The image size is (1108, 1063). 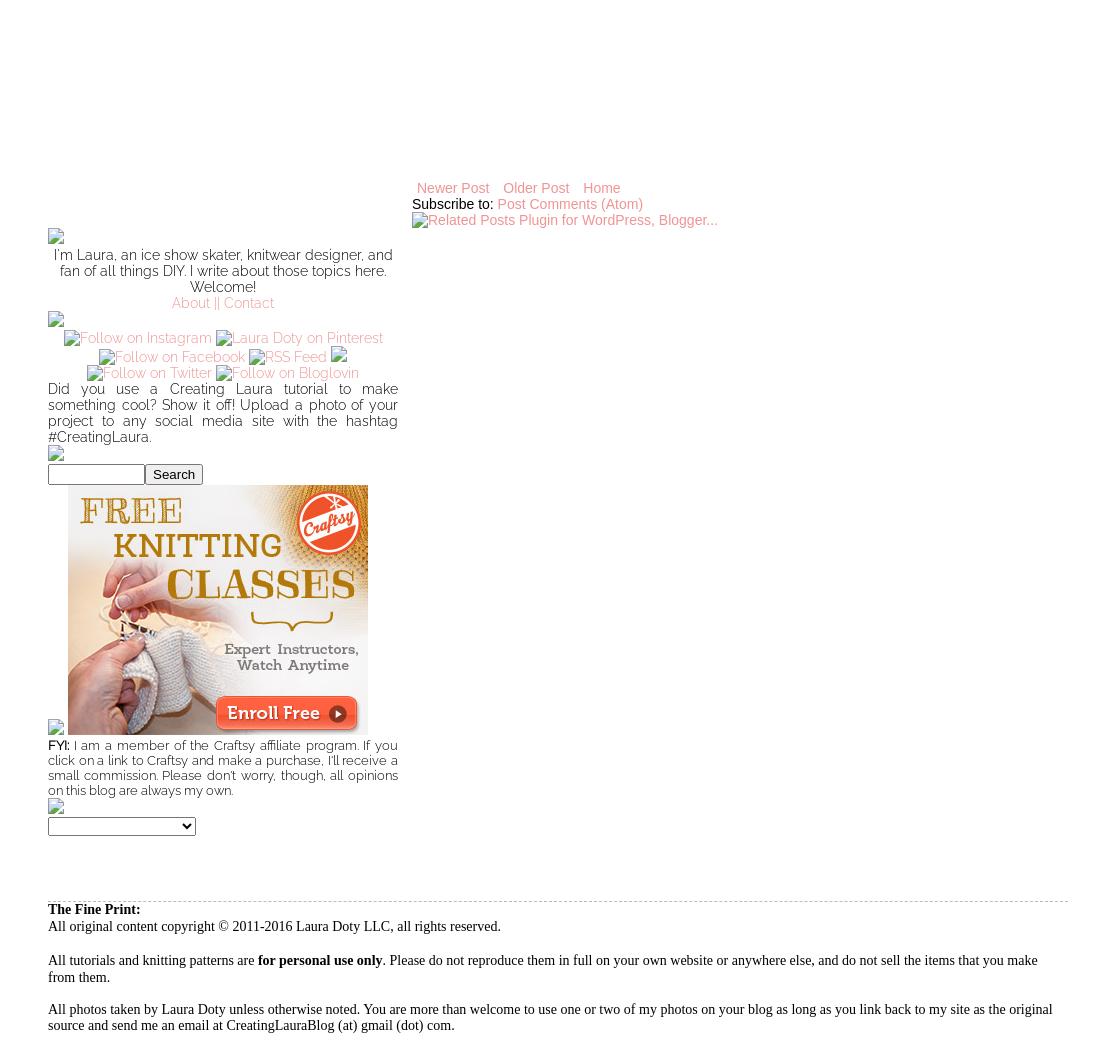 What do you see at coordinates (93, 908) in the screenshot?
I see `'The Fine Print:'` at bounding box center [93, 908].